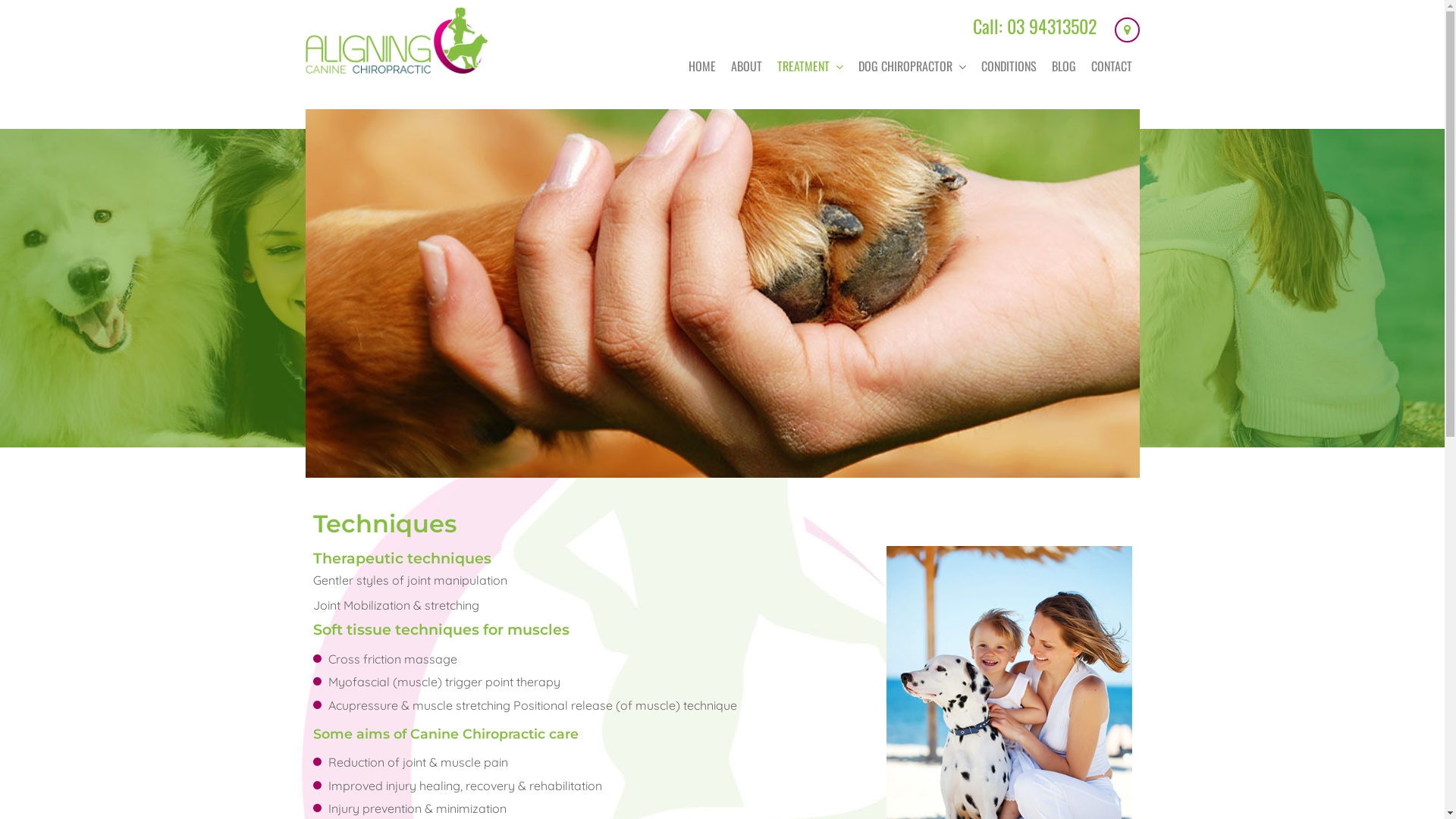  Describe the element at coordinates (1110, 65) in the screenshot. I see `'CONTACT'` at that location.